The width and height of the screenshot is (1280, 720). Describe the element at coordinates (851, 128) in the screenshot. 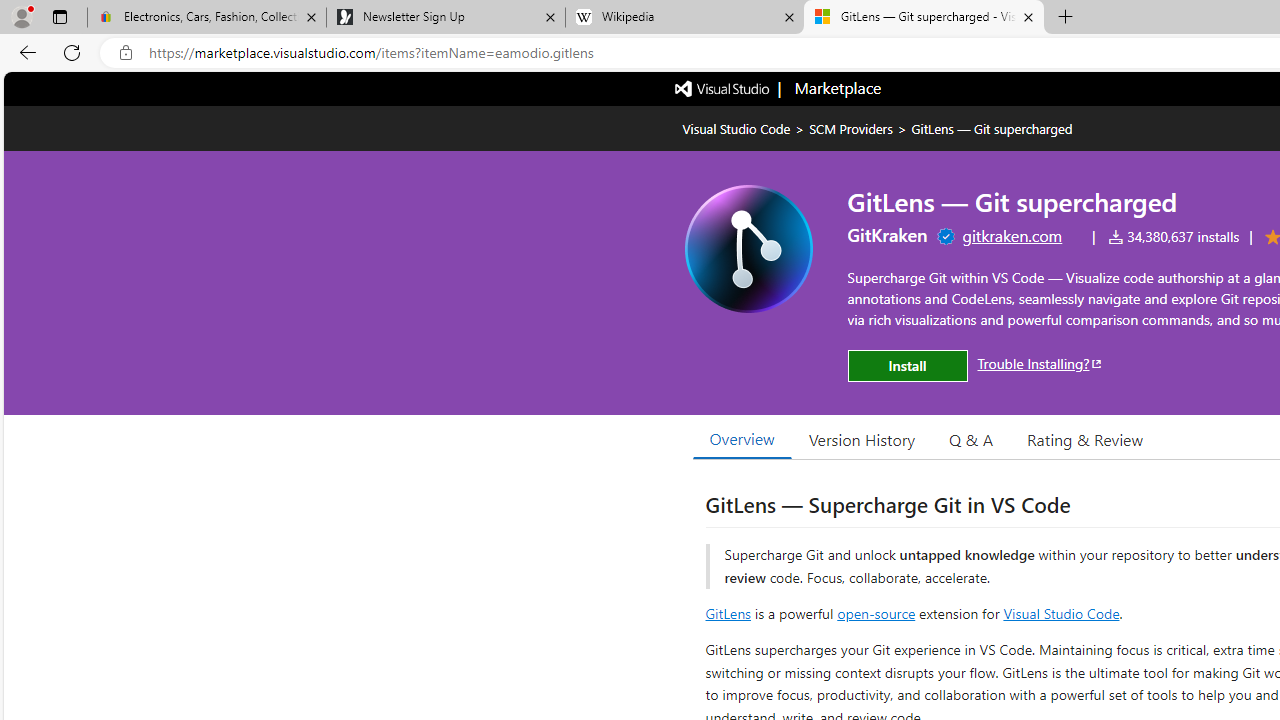

I see `'SCM Providers'` at that location.